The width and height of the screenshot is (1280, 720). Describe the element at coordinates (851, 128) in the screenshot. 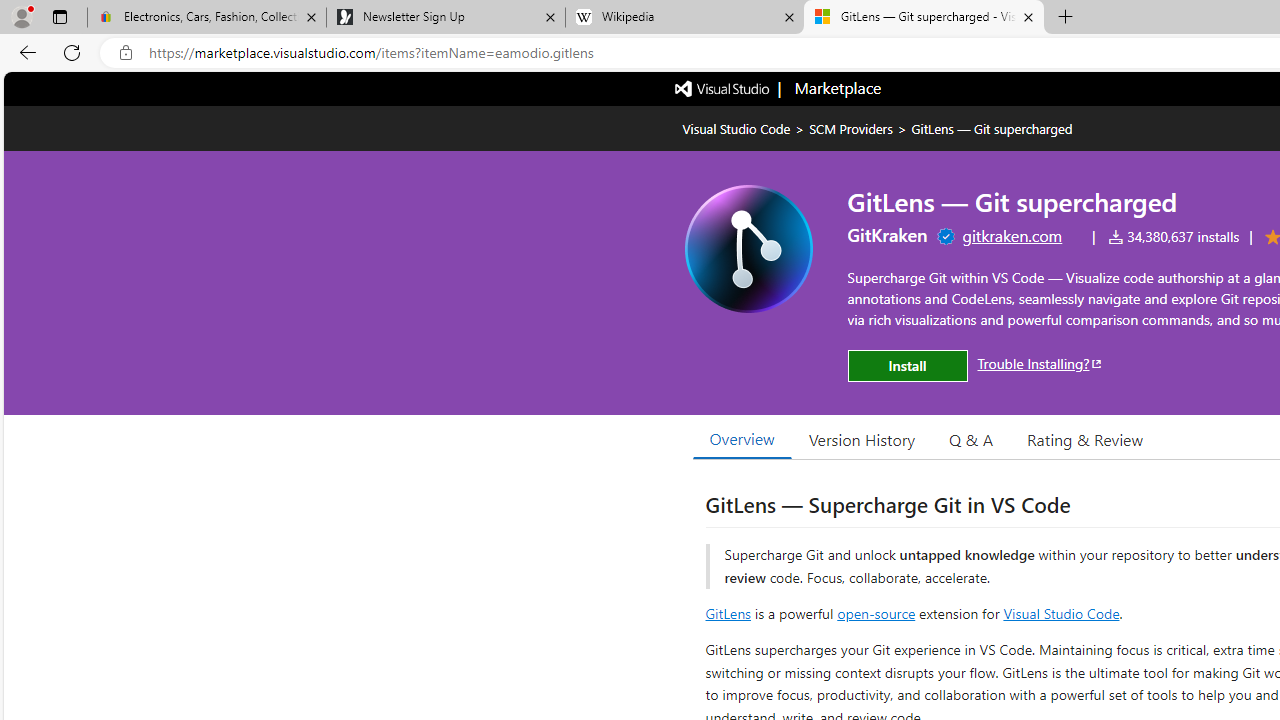

I see `'SCM Providers'` at that location.